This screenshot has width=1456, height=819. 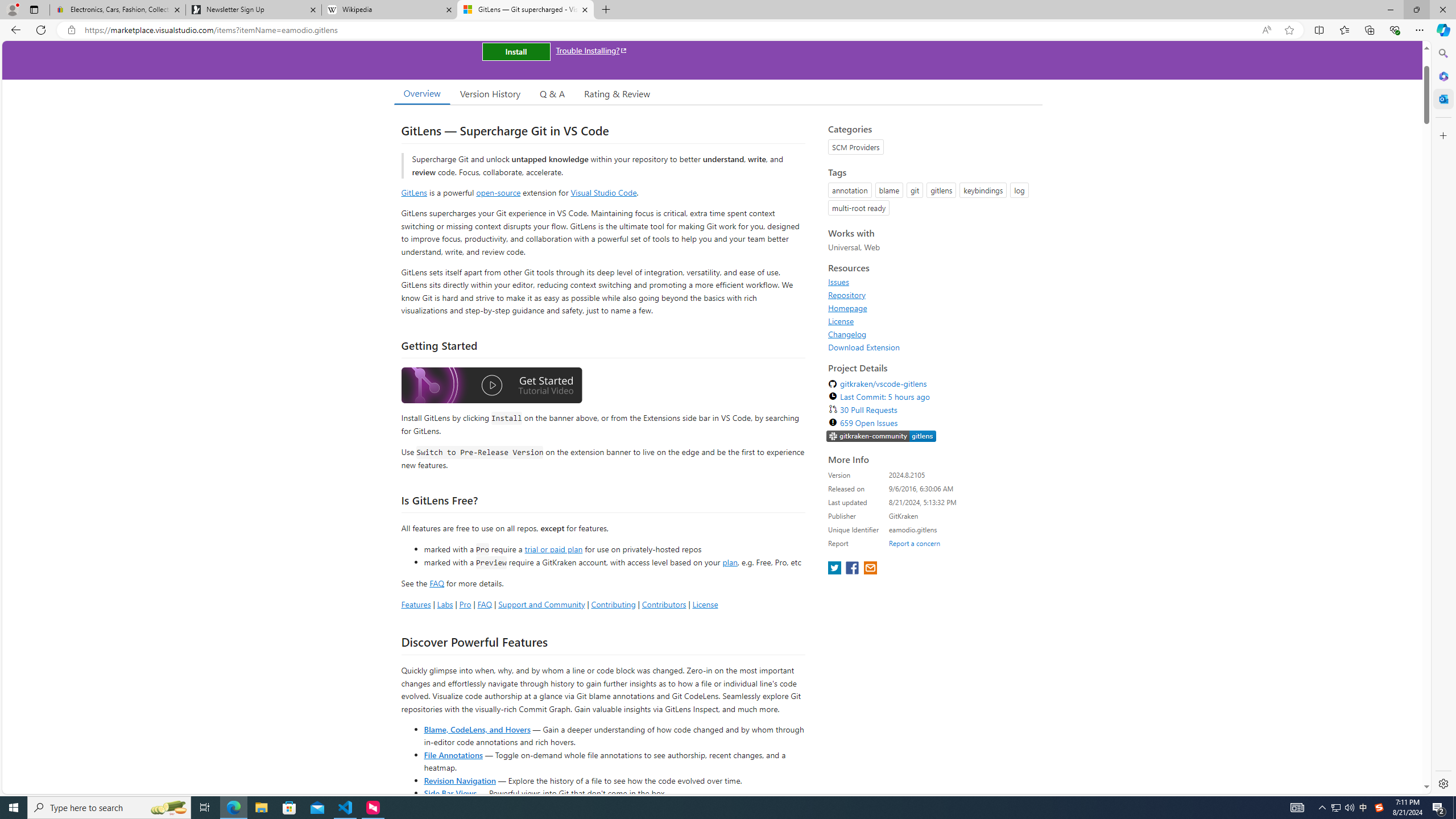 I want to click on 'open-source', so click(x=498, y=192).